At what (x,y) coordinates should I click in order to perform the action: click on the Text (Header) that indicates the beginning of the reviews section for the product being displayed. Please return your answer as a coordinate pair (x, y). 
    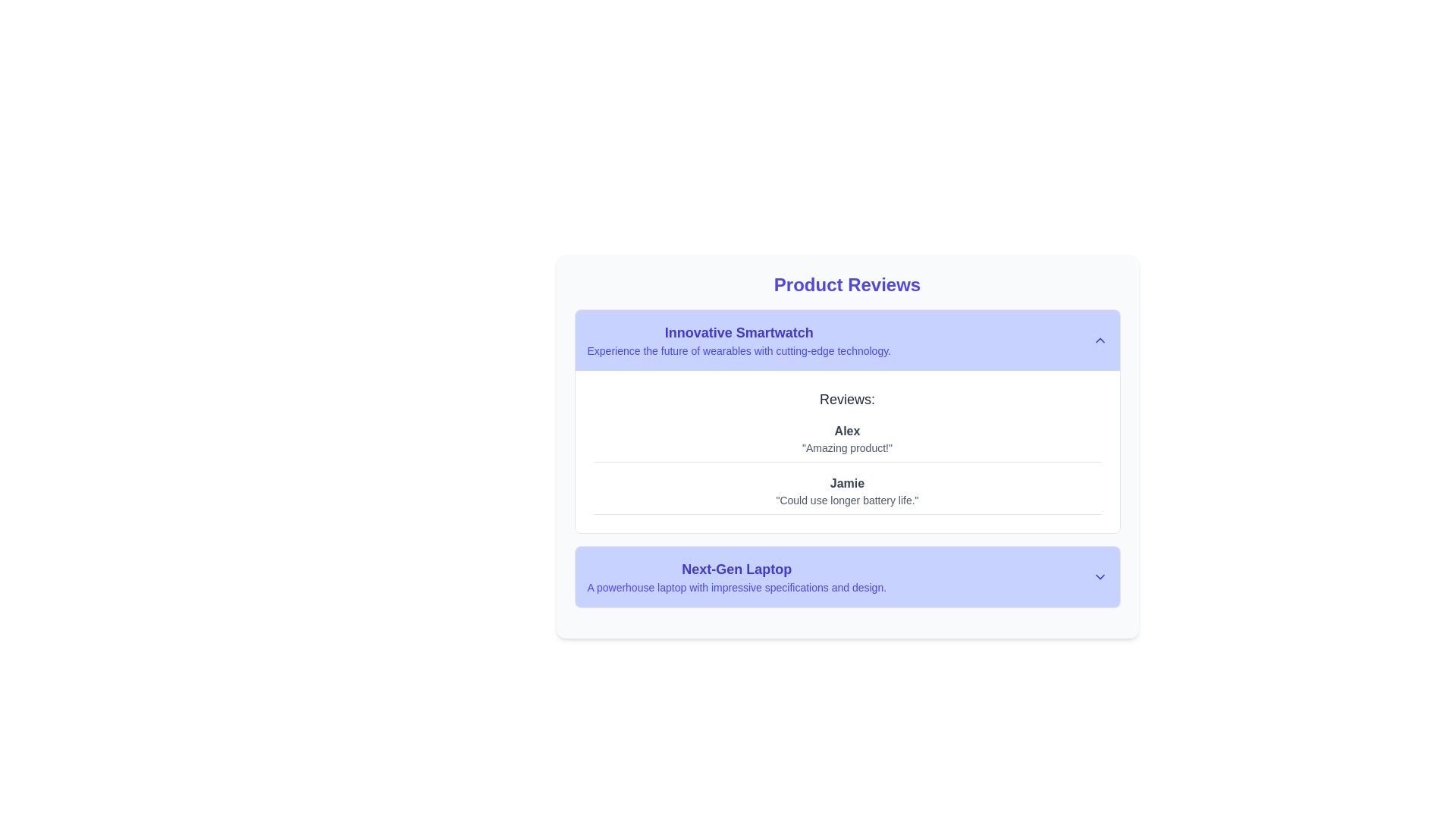
    Looking at the image, I should click on (846, 399).